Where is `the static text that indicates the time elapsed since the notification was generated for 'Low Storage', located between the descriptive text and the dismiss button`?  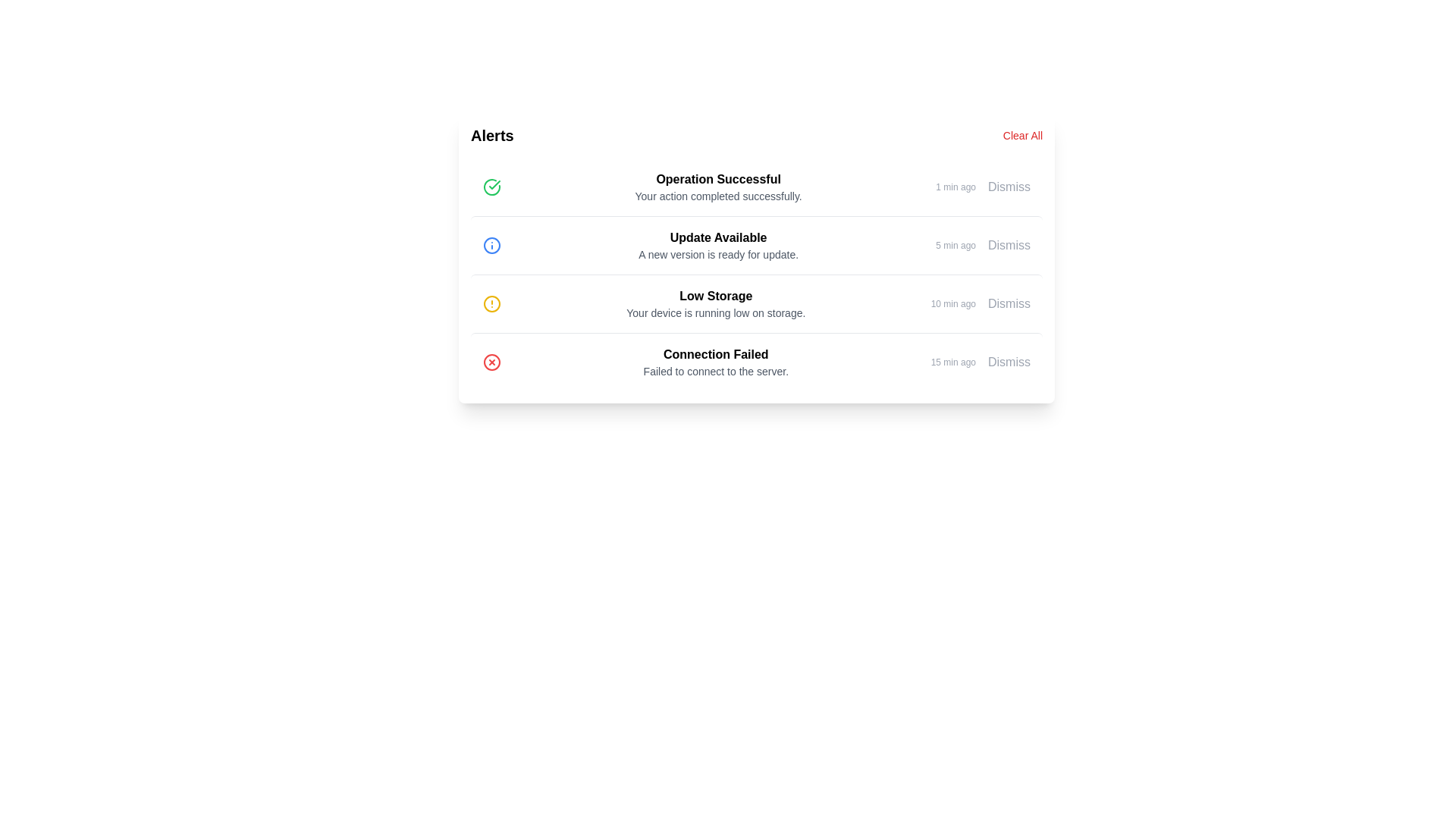 the static text that indicates the time elapsed since the notification was generated for 'Low Storage', located between the descriptive text and the dismiss button is located at coordinates (952, 304).